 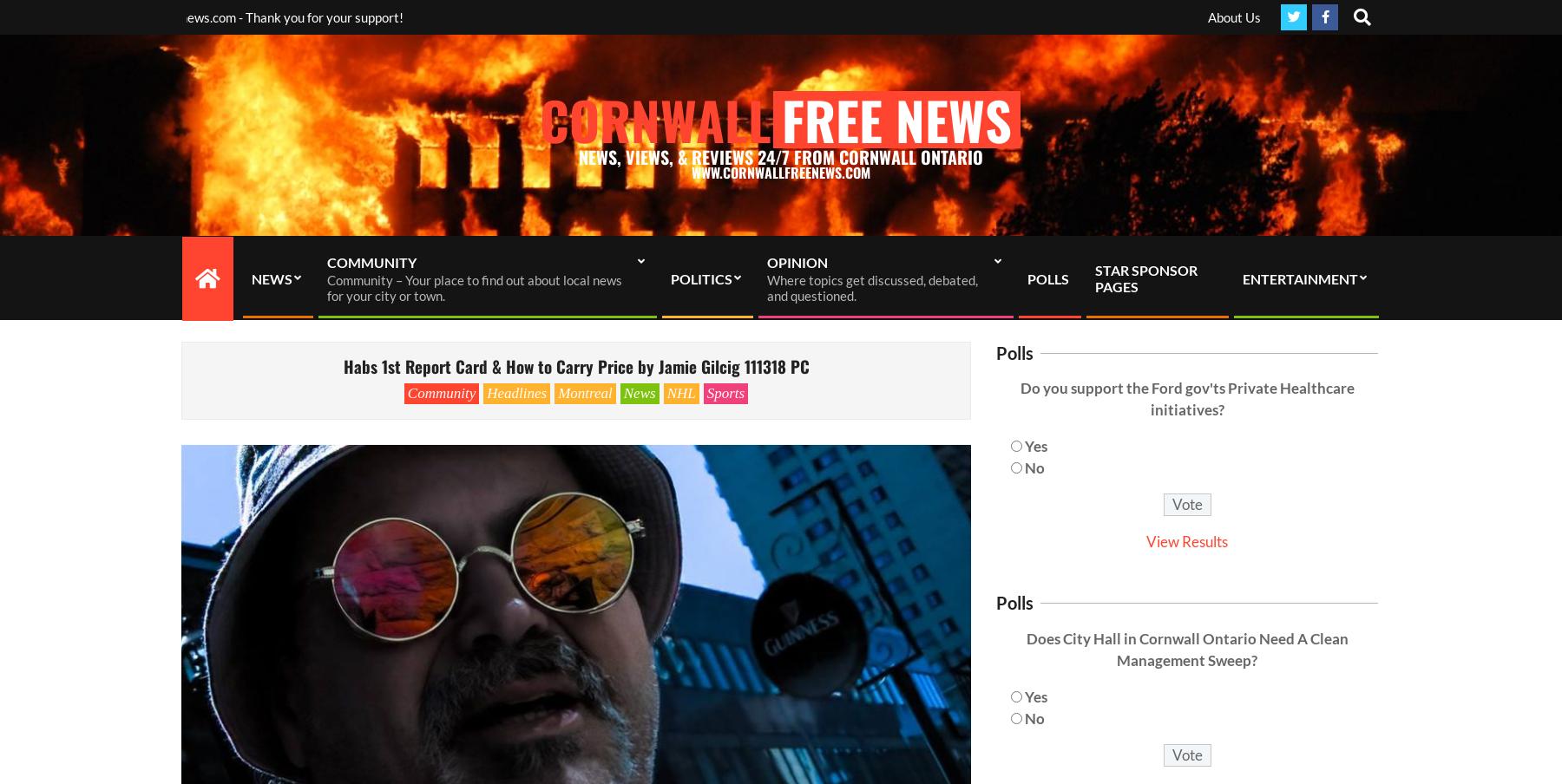 What do you see at coordinates (516, 392) in the screenshot?
I see `'Headlines'` at bounding box center [516, 392].